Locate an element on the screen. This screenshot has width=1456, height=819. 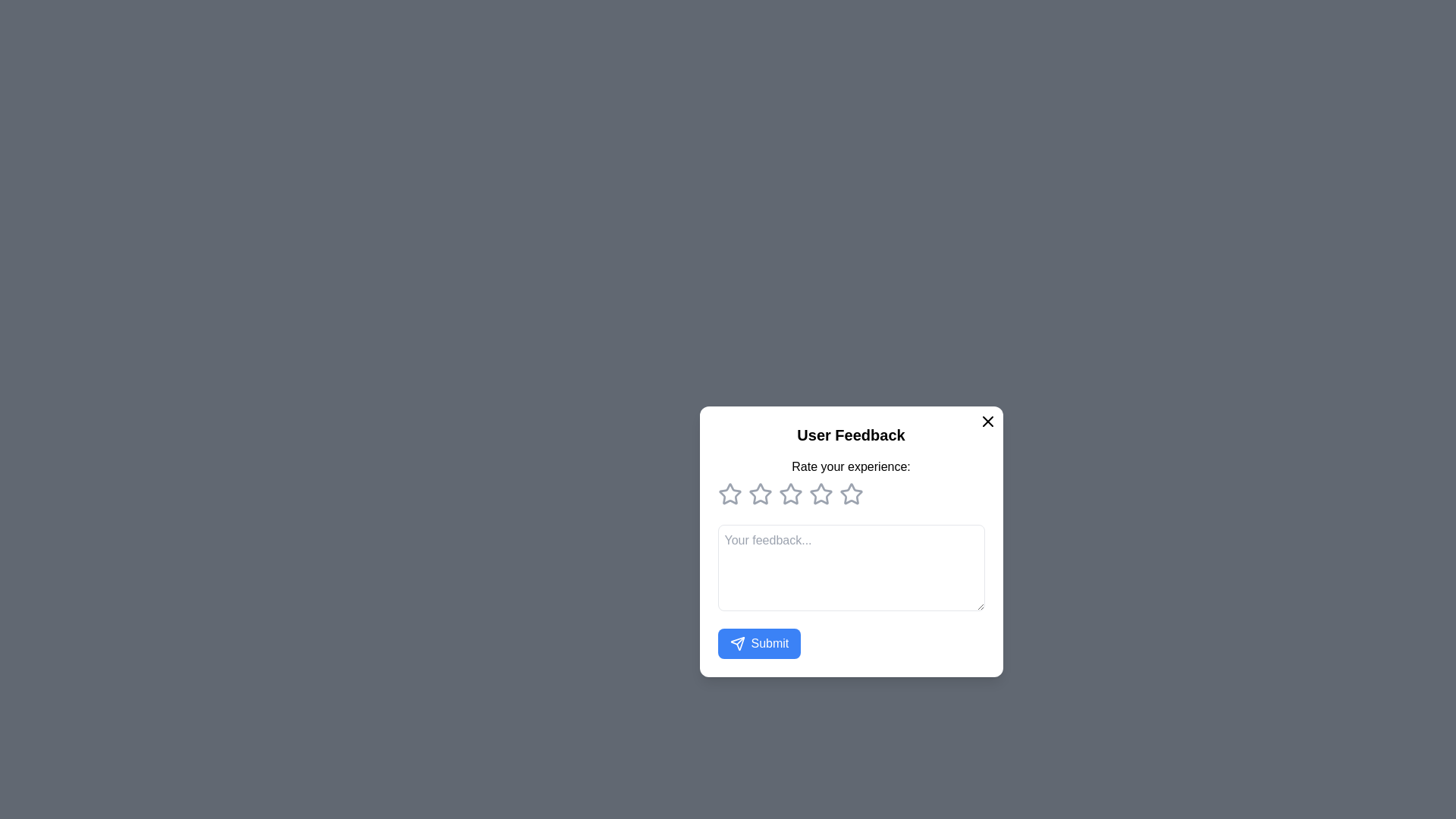
the third star icon is located at coordinates (789, 494).